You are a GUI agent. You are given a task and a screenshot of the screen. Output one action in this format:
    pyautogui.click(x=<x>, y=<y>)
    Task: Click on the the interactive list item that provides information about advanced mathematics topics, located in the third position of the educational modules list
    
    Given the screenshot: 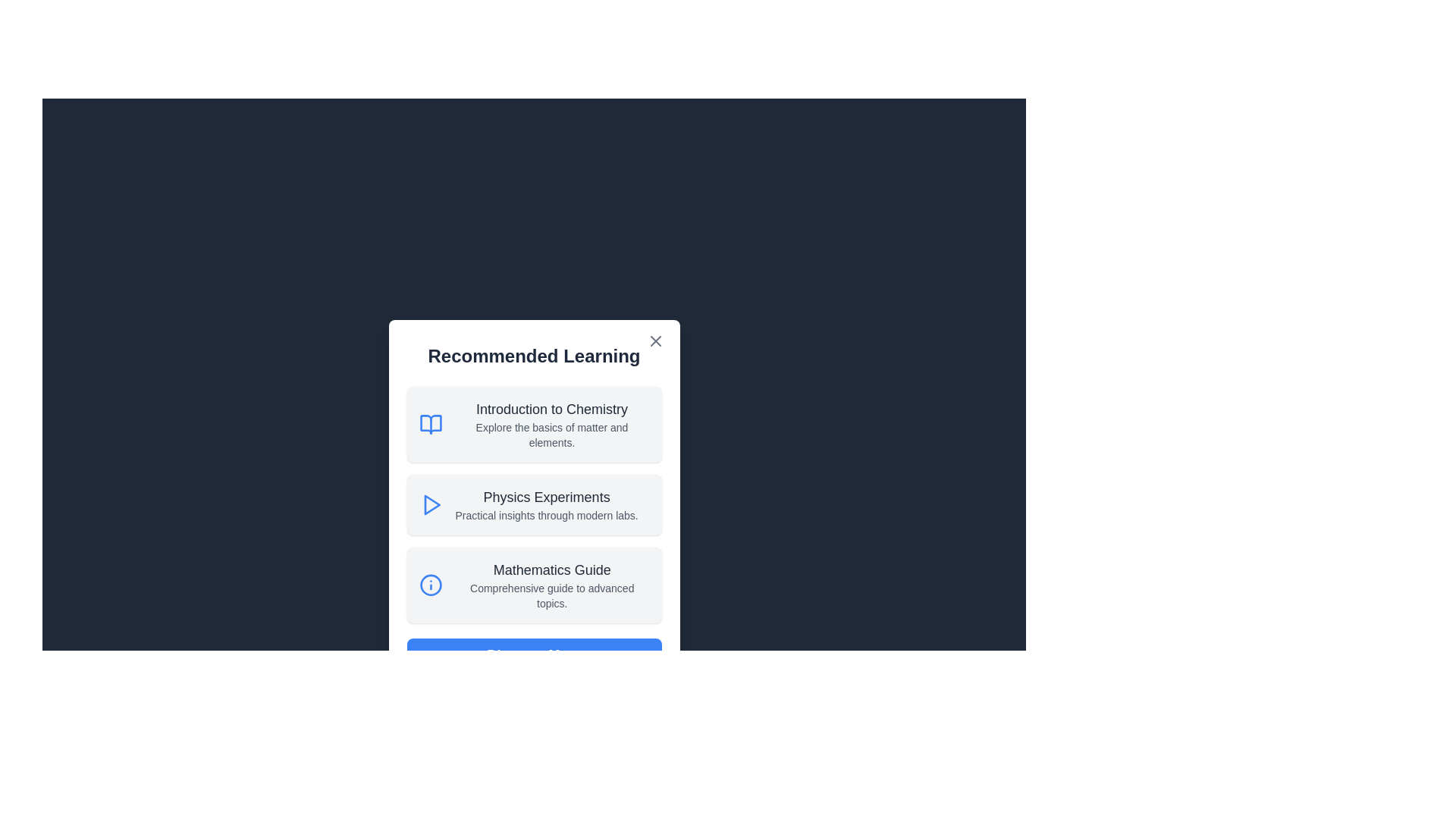 What is the action you would take?
    pyautogui.click(x=534, y=584)
    